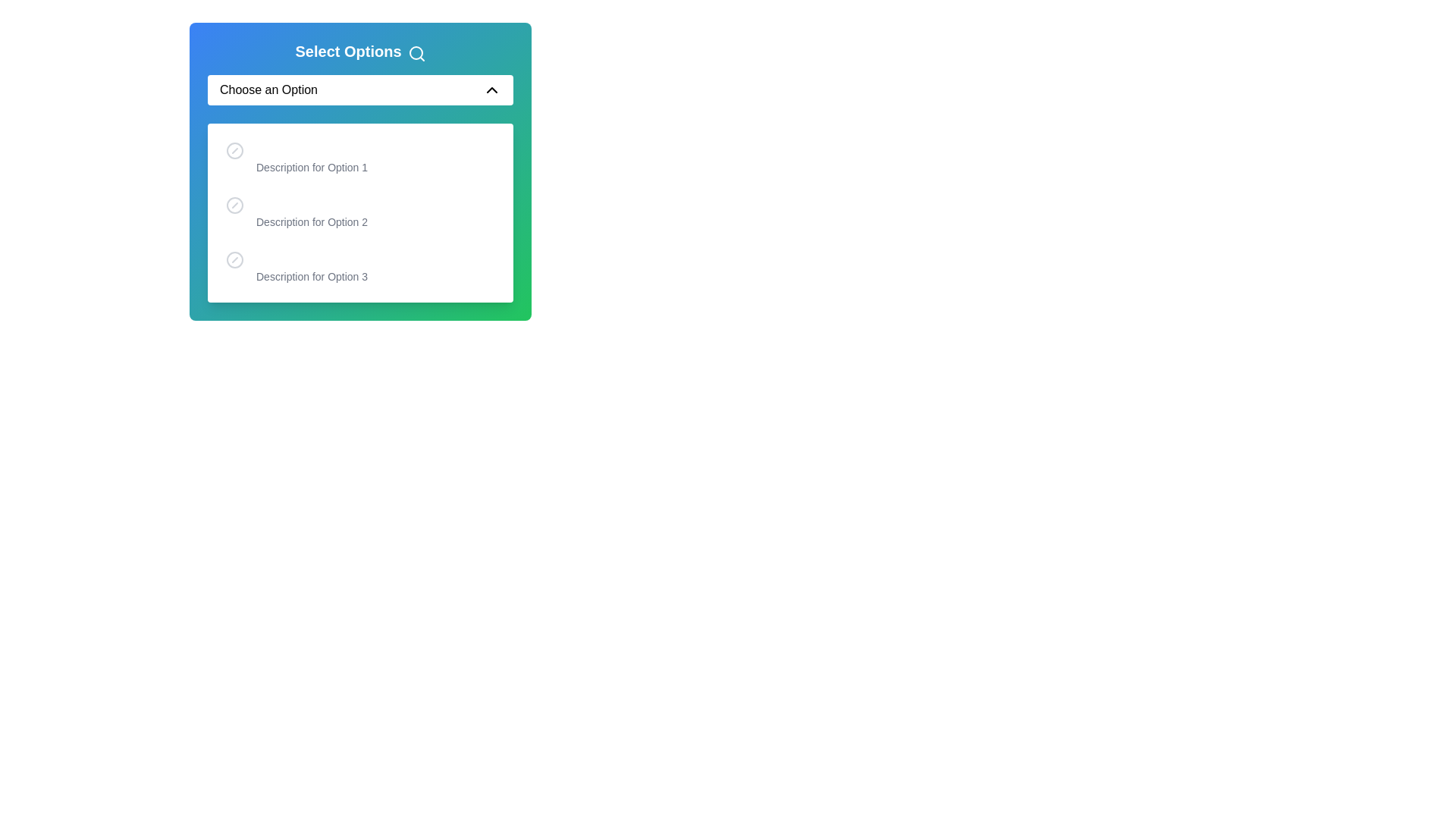  What do you see at coordinates (311, 266) in the screenshot?
I see `the dropdown menu option labeled 'Option 3'` at bounding box center [311, 266].